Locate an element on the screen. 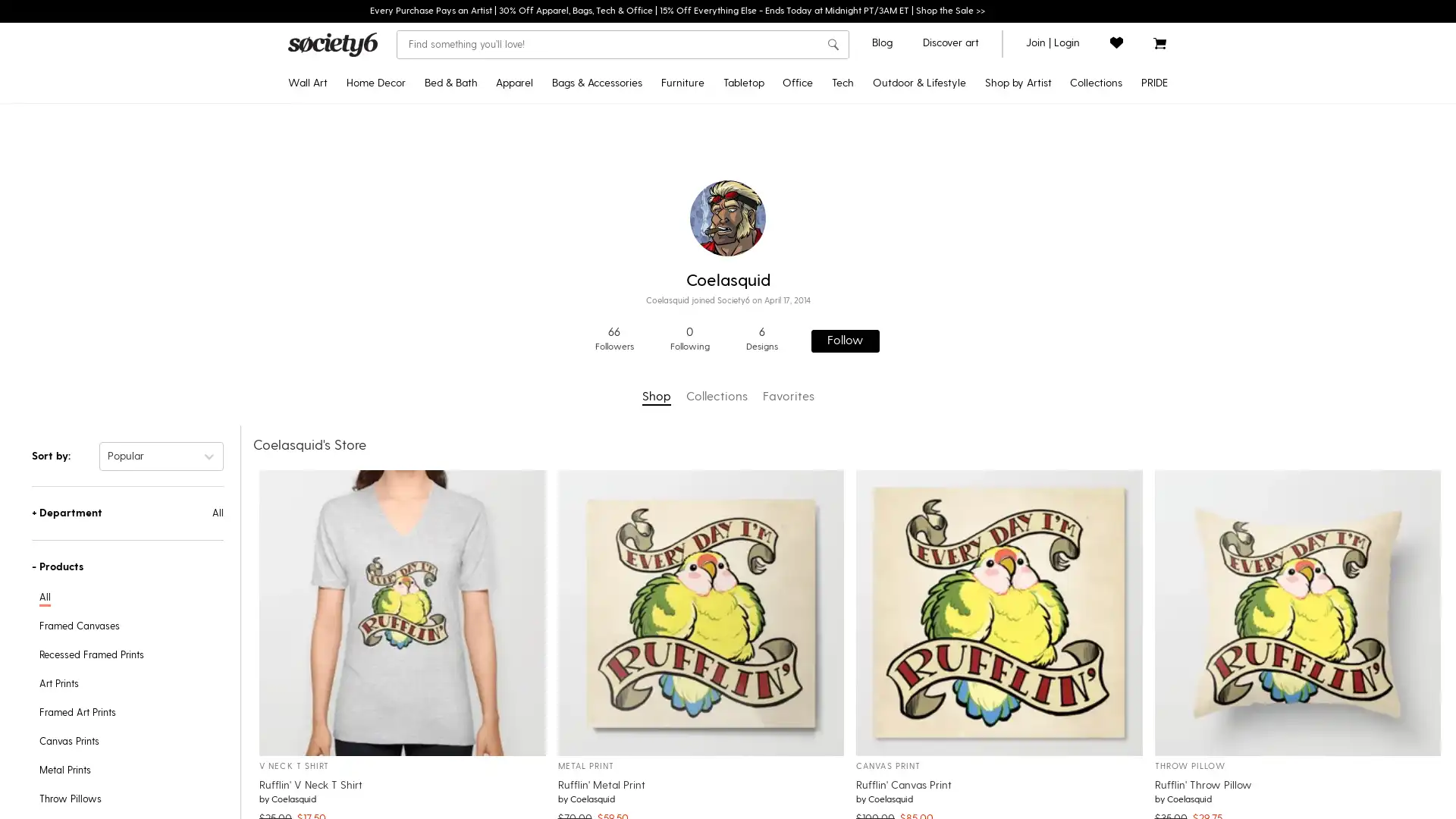  Pantone Color of 2022 is located at coordinates (1040, 268).